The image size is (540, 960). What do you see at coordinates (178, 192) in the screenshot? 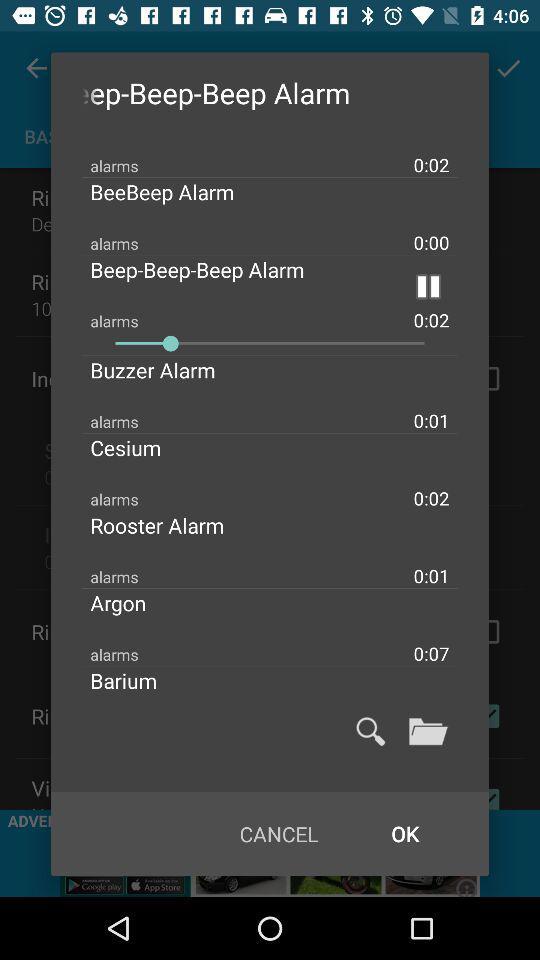
I see `beebeep alarm` at bounding box center [178, 192].